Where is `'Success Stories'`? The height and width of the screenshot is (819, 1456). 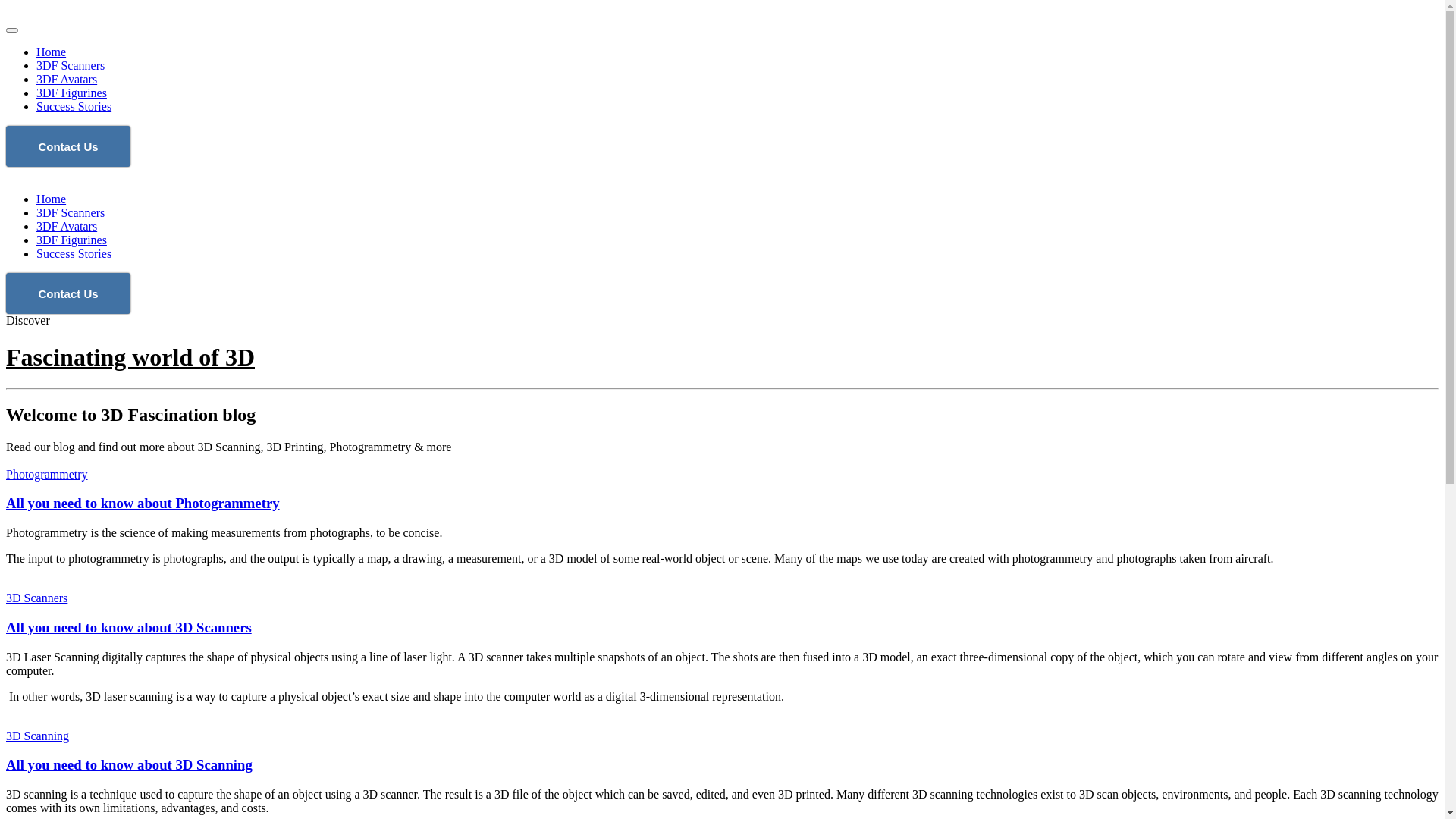
'Success Stories' is located at coordinates (73, 253).